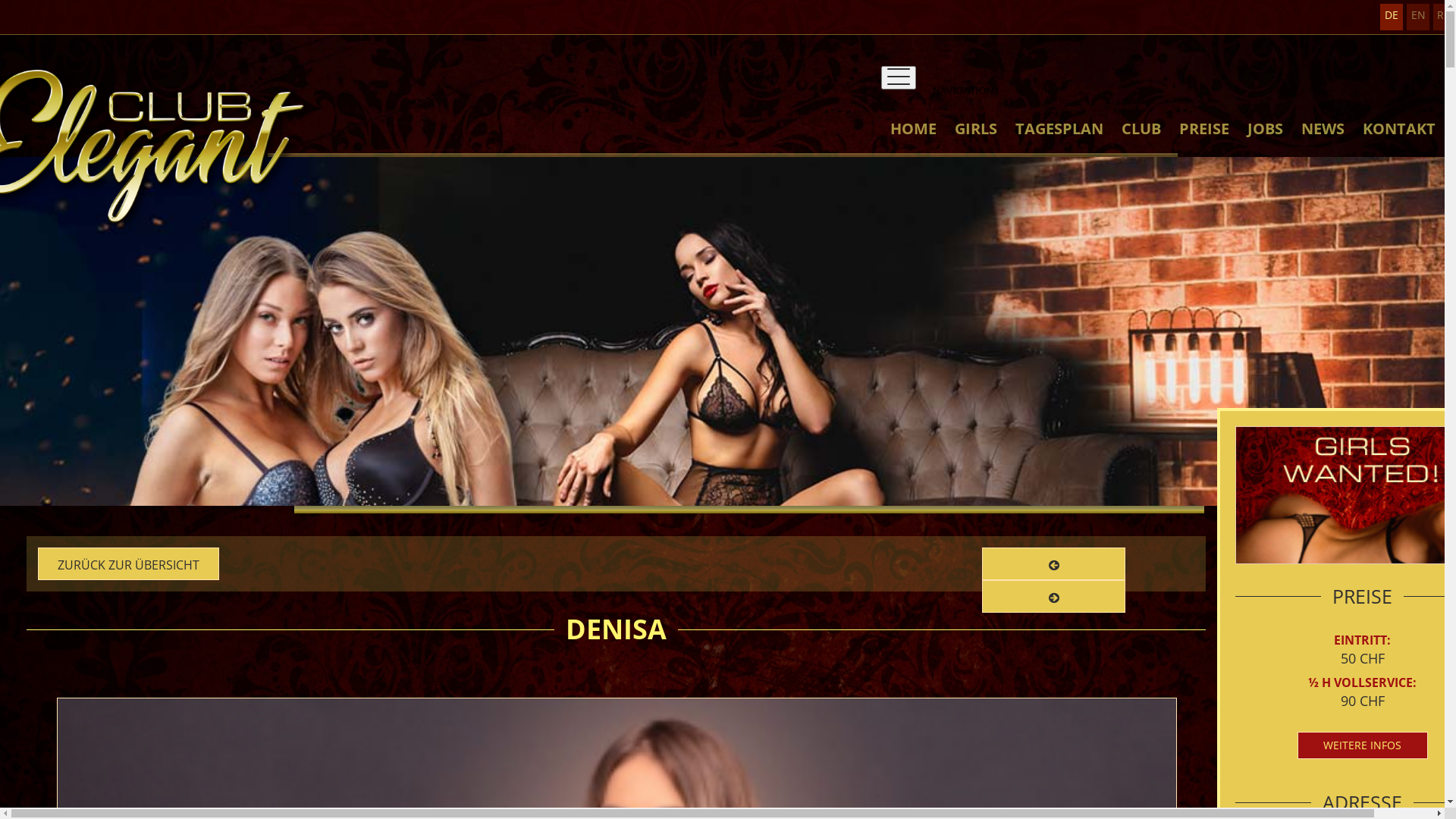 The width and height of the screenshot is (1456, 819). What do you see at coordinates (1169, 143) in the screenshot?
I see `'PREISE'` at bounding box center [1169, 143].